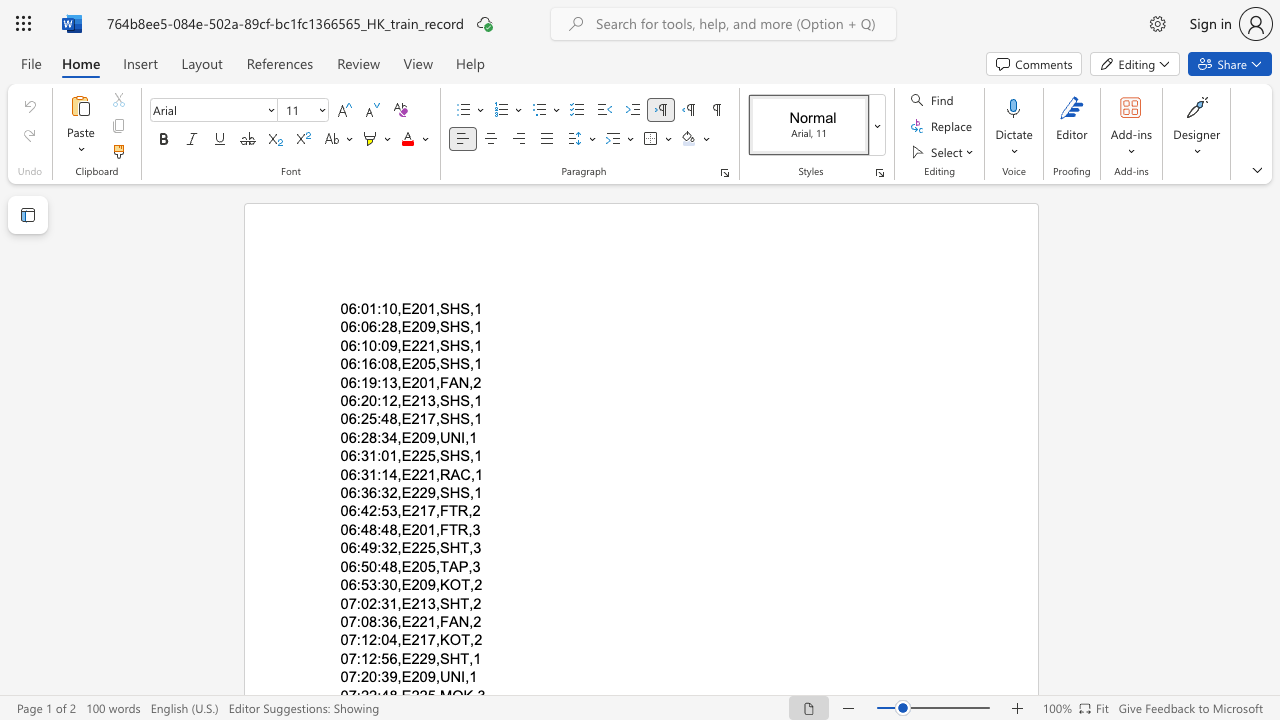 Image resolution: width=1280 pixels, height=720 pixels. I want to click on the subset text "20" within the text "07:20:39,E209,UNI,1", so click(410, 676).